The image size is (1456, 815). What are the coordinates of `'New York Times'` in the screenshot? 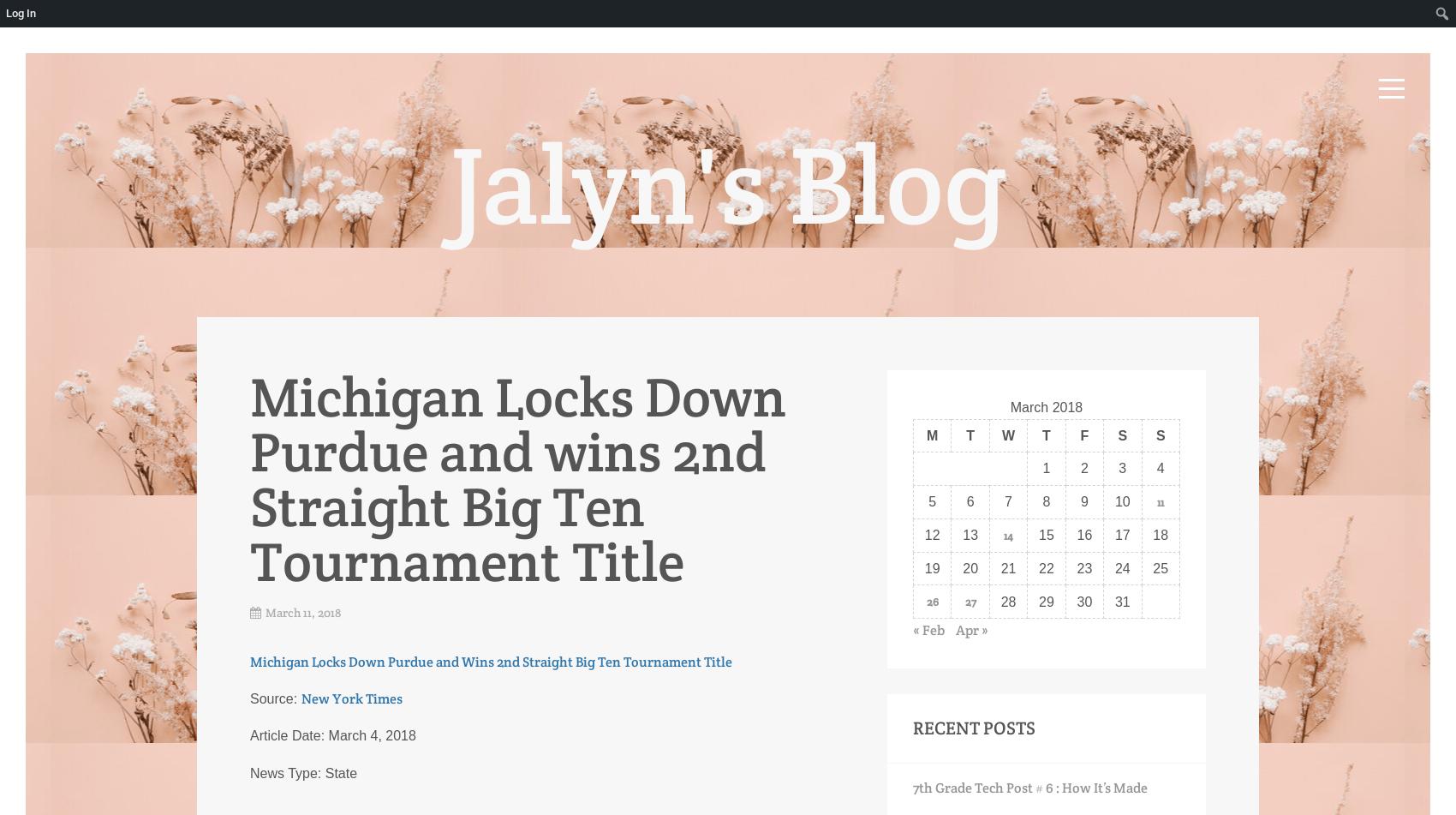 It's located at (350, 698).